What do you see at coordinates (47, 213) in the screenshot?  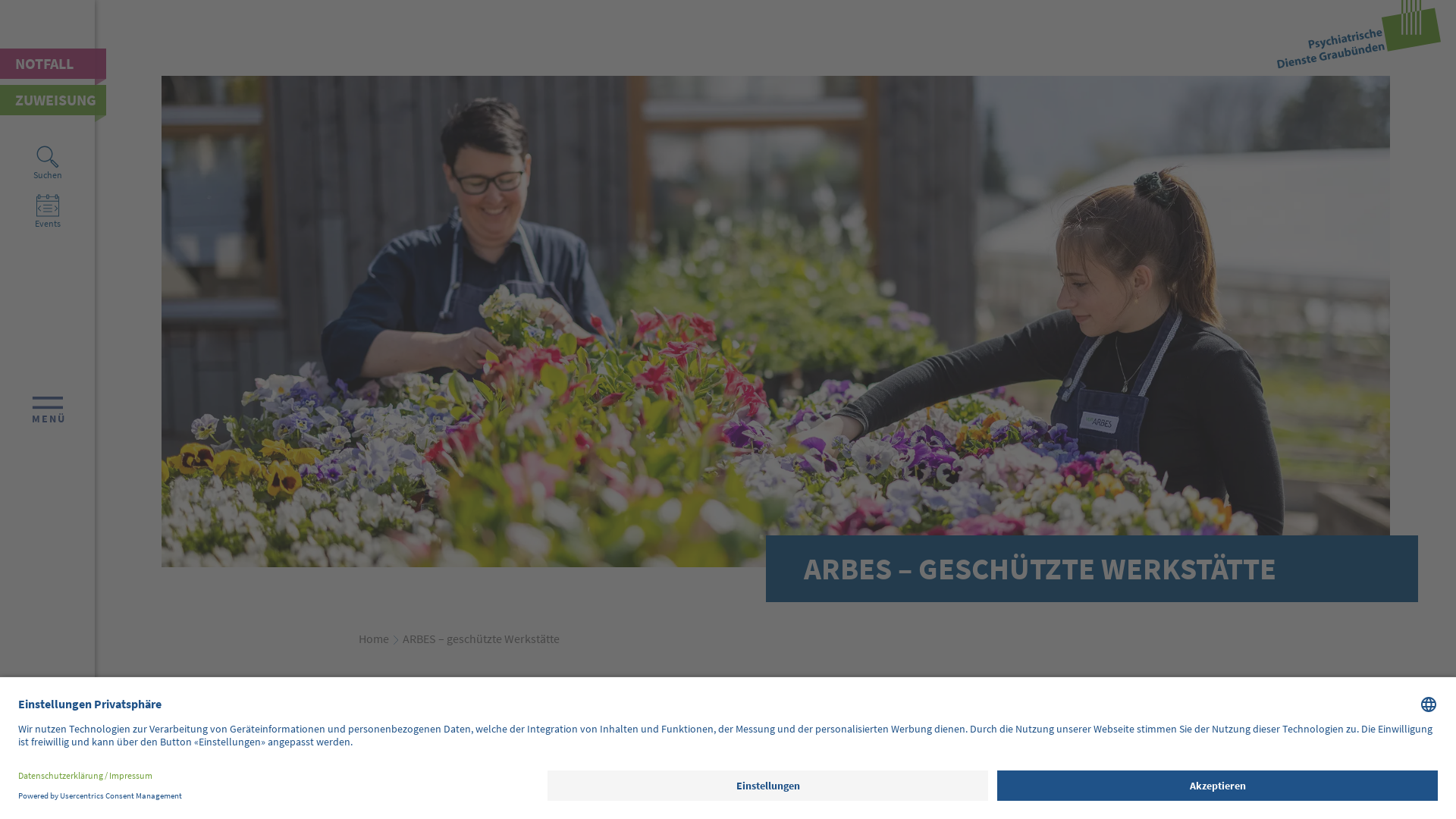 I see `'Events'` at bounding box center [47, 213].